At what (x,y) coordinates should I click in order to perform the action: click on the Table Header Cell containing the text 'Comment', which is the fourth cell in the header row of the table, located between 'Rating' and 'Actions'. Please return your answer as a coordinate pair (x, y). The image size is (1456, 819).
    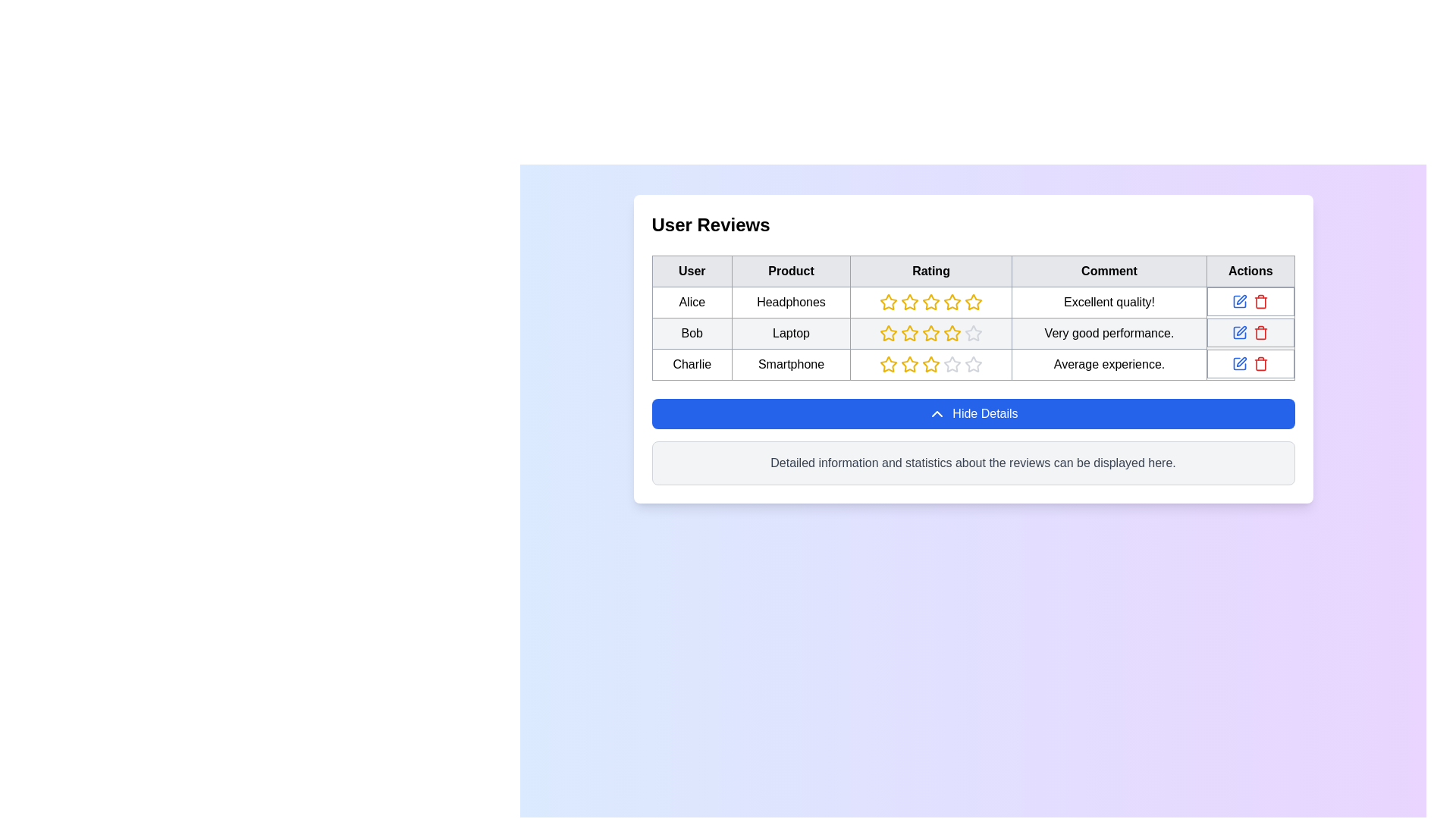
    Looking at the image, I should click on (1109, 271).